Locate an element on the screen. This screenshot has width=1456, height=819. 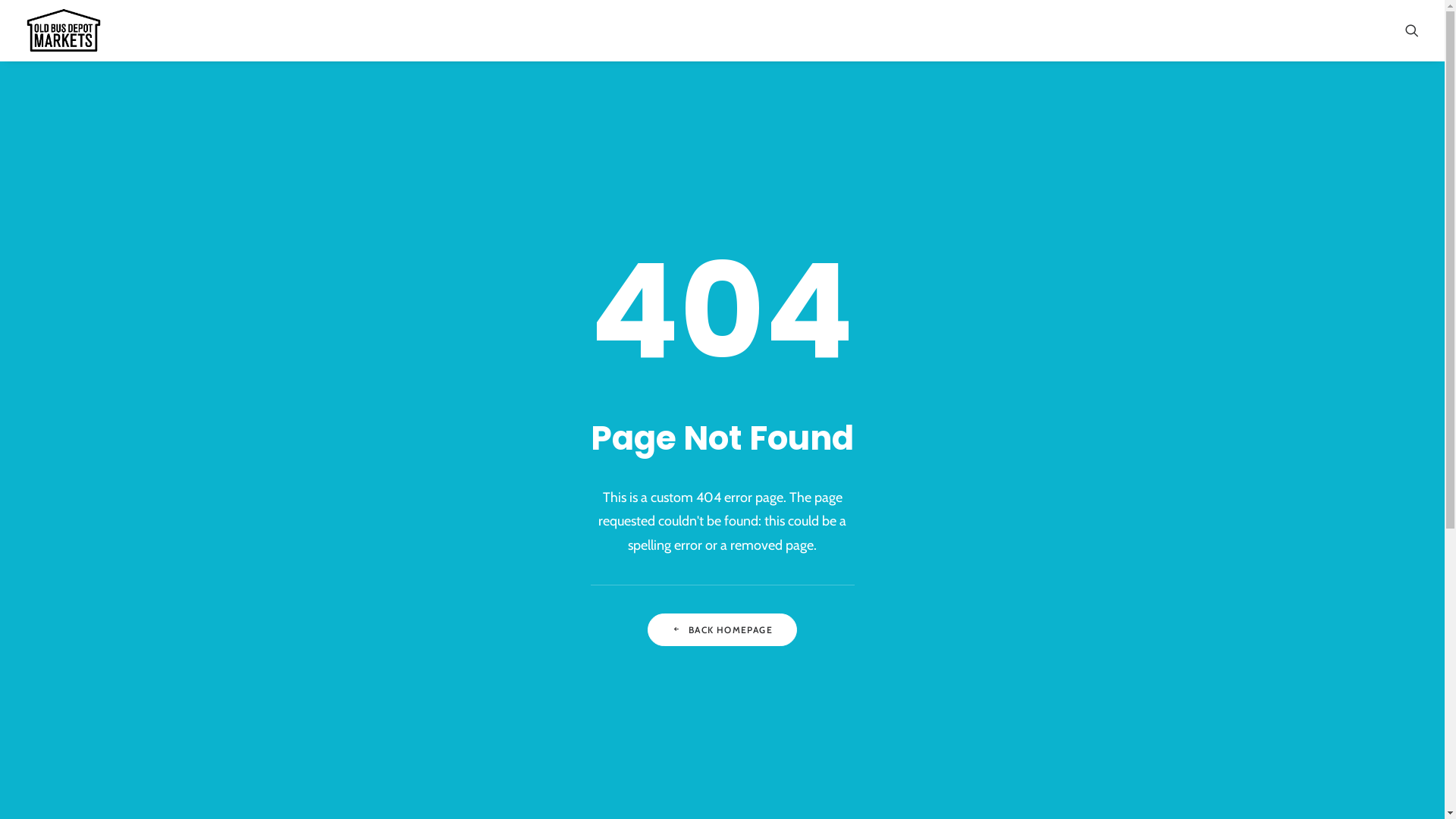
'BACK HOMEPAGE' is located at coordinates (721, 629).